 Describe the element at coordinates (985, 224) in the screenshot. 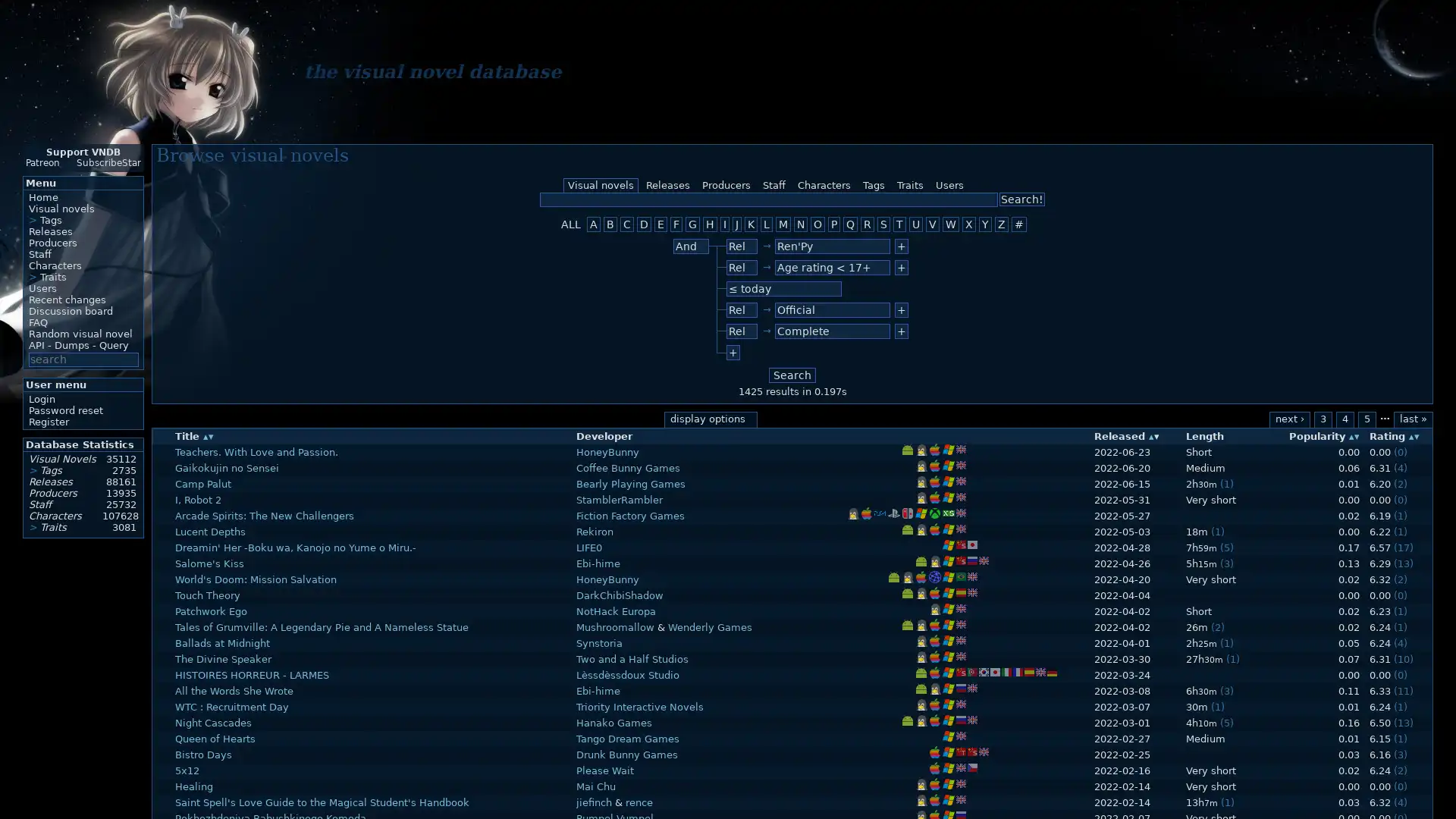

I see `Y` at that location.